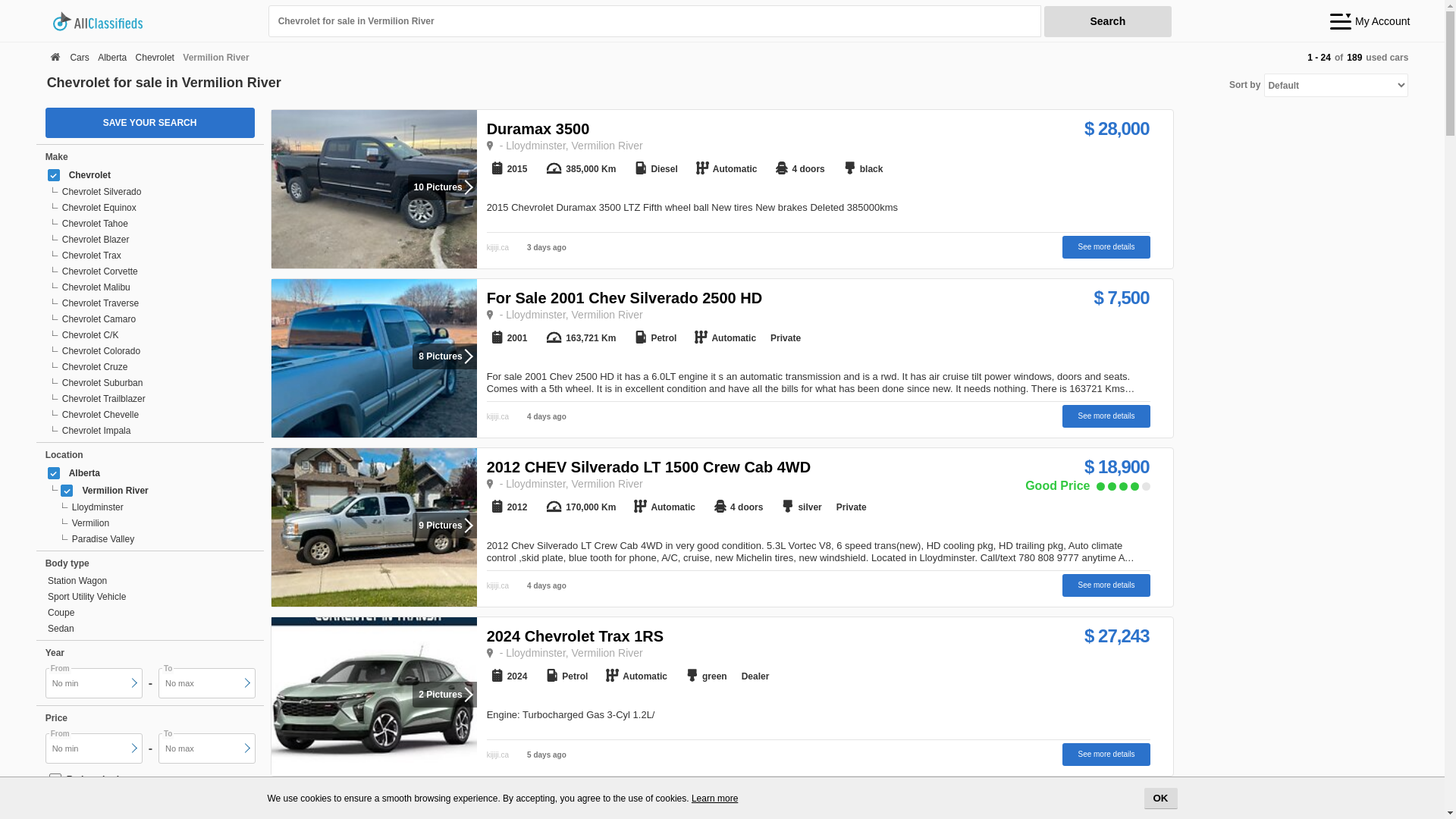 This screenshot has width=1456, height=819. Describe the element at coordinates (1159, 798) in the screenshot. I see `'OK'` at that location.